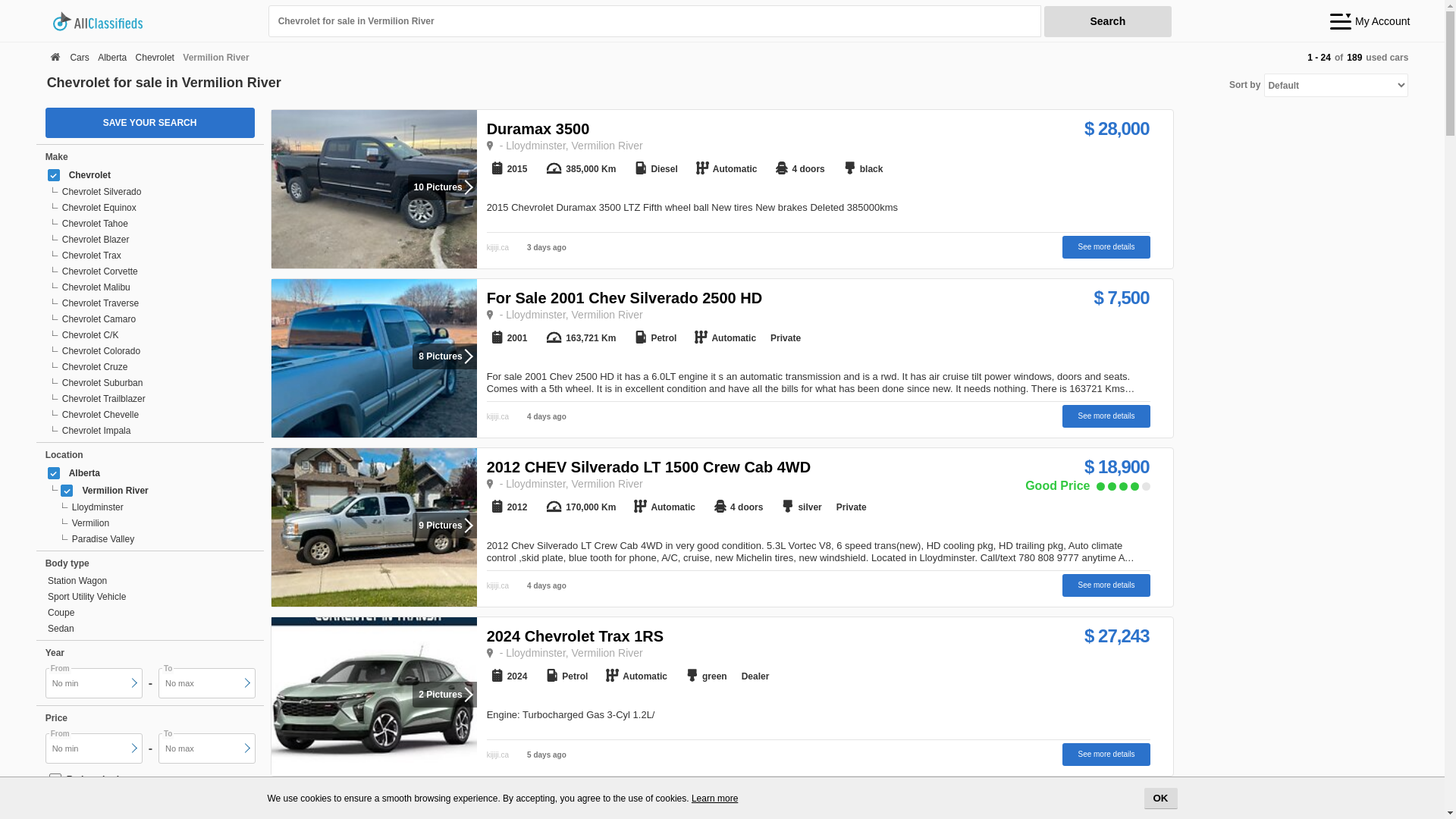 This screenshot has width=1456, height=819. Describe the element at coordinates (1159, 798) in the screenshot. I see `'OK'` at that location.